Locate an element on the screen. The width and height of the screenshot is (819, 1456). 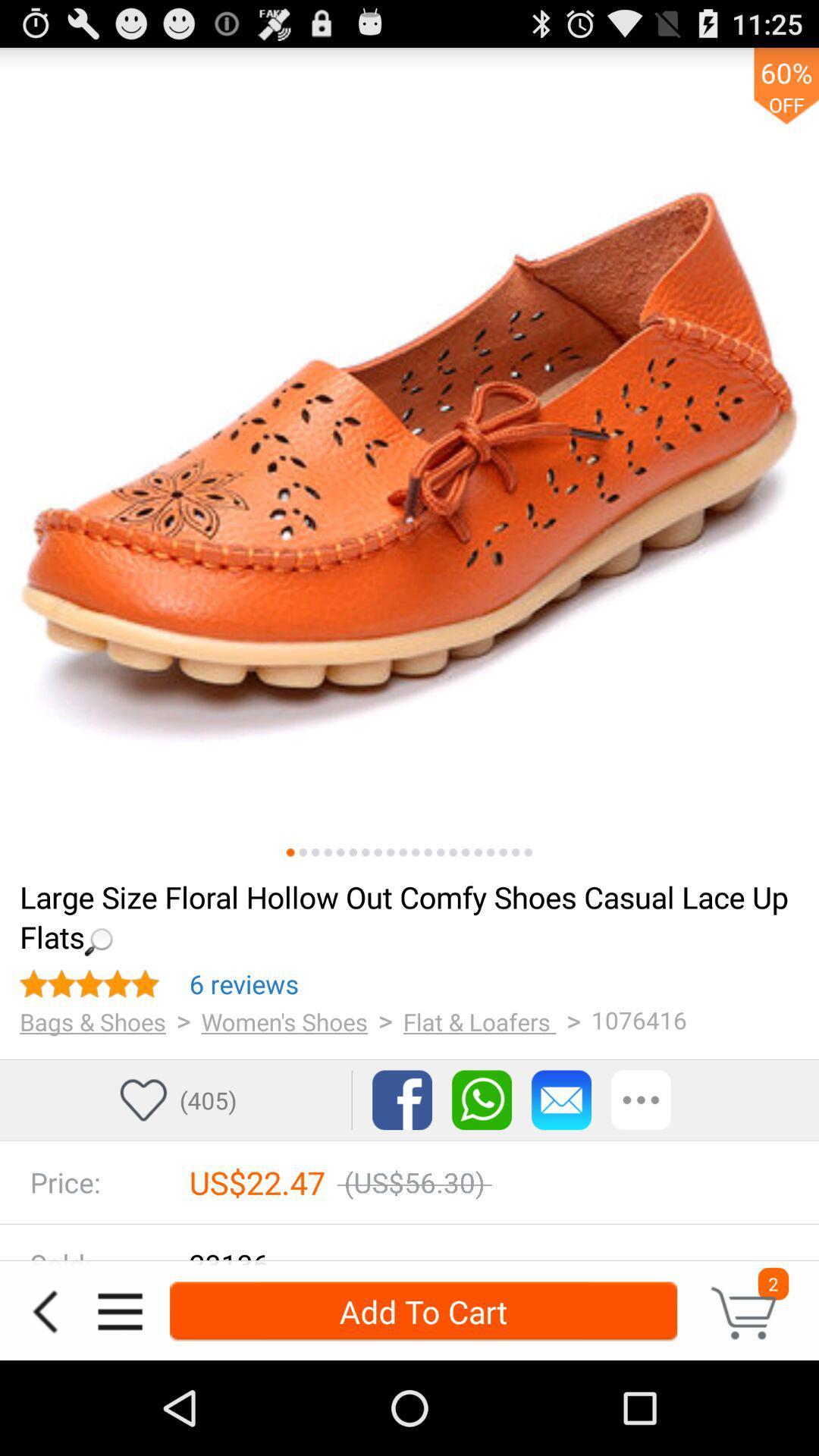
like on facebook is located at coordinates (401, 1100).